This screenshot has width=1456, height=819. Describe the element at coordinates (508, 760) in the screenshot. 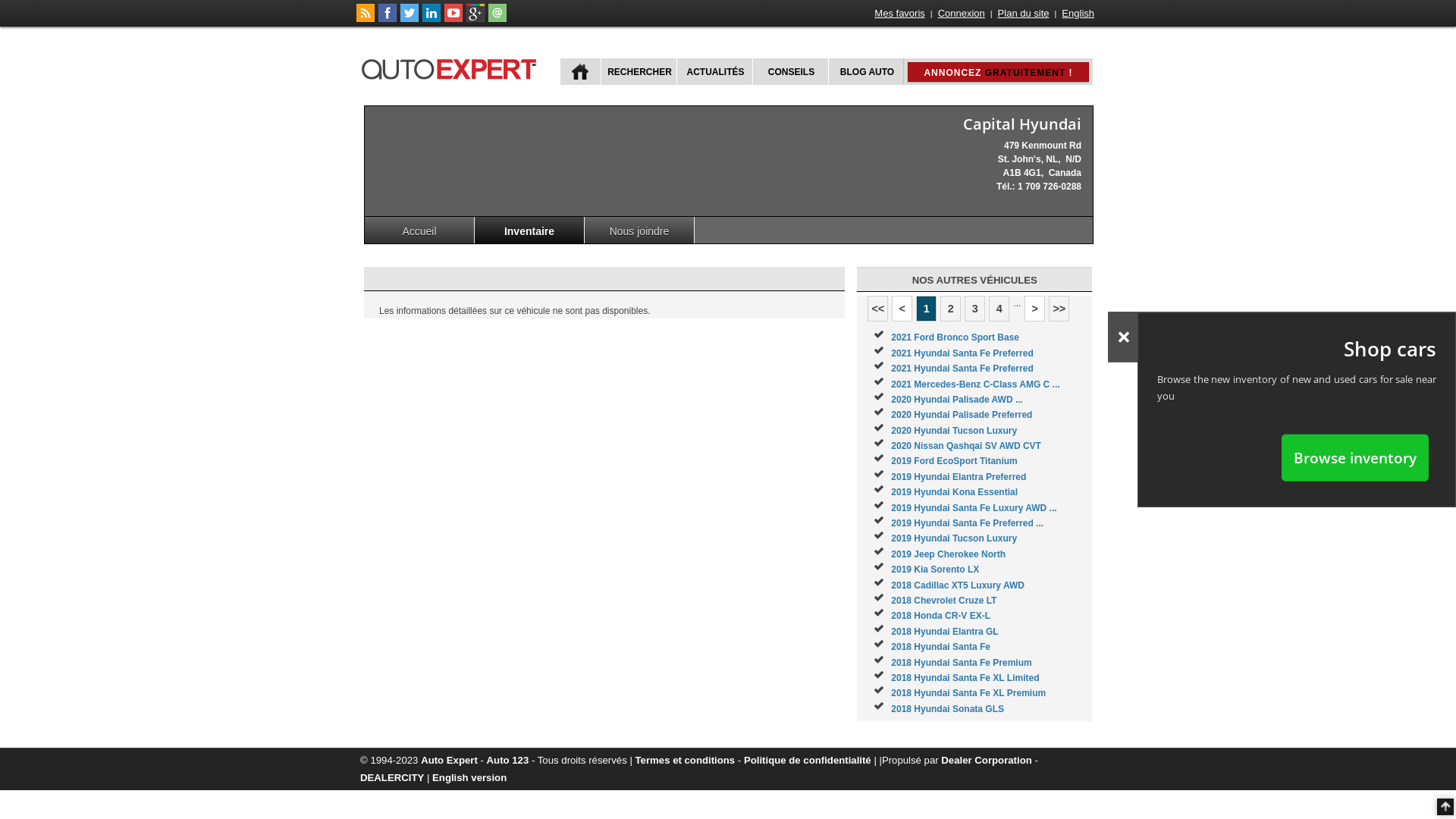

I see `'Auto 123'` at that location.